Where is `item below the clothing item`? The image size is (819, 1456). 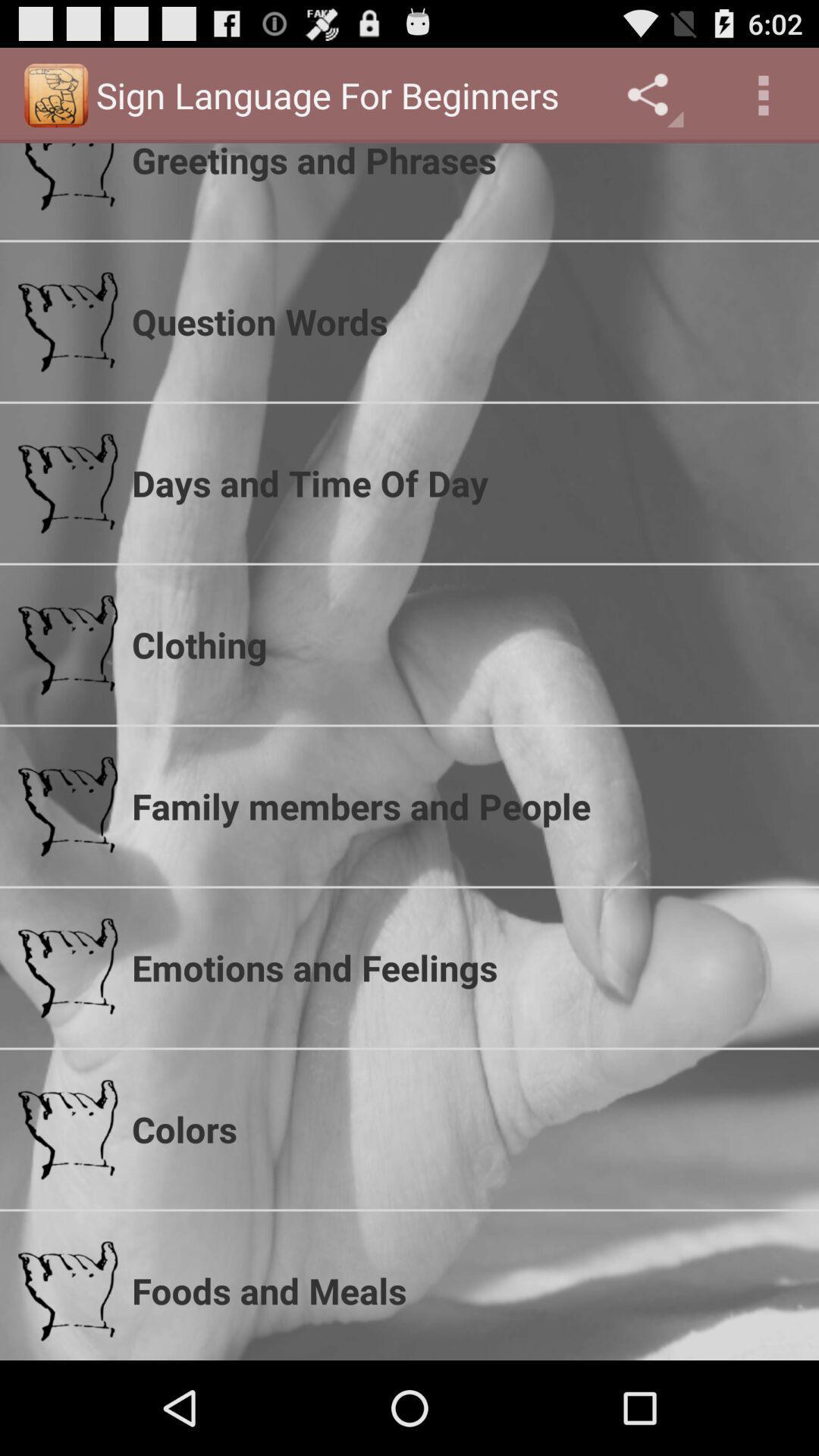
item below the clothing item is located at coordinates (465, 805).